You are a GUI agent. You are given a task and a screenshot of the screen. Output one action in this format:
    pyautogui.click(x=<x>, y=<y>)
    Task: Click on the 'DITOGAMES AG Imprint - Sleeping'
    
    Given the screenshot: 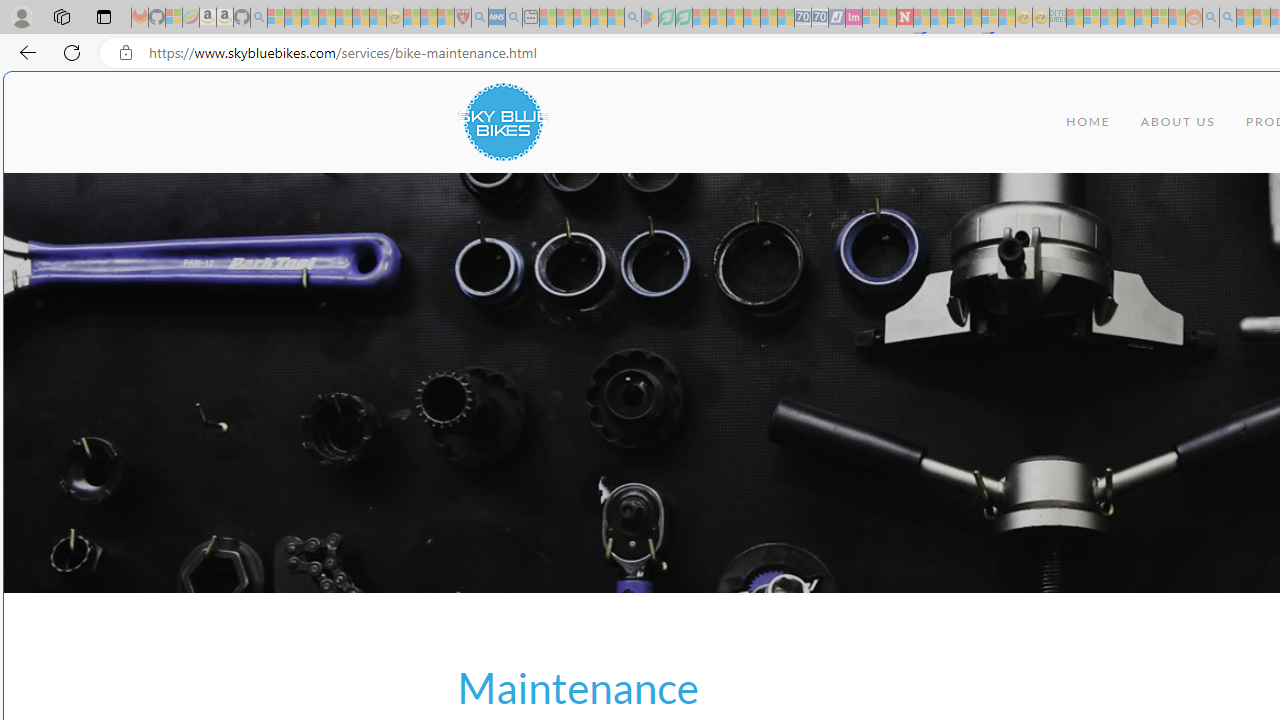 What is the action you would take?
    pyautogui.click(x=1056, y=17)
    